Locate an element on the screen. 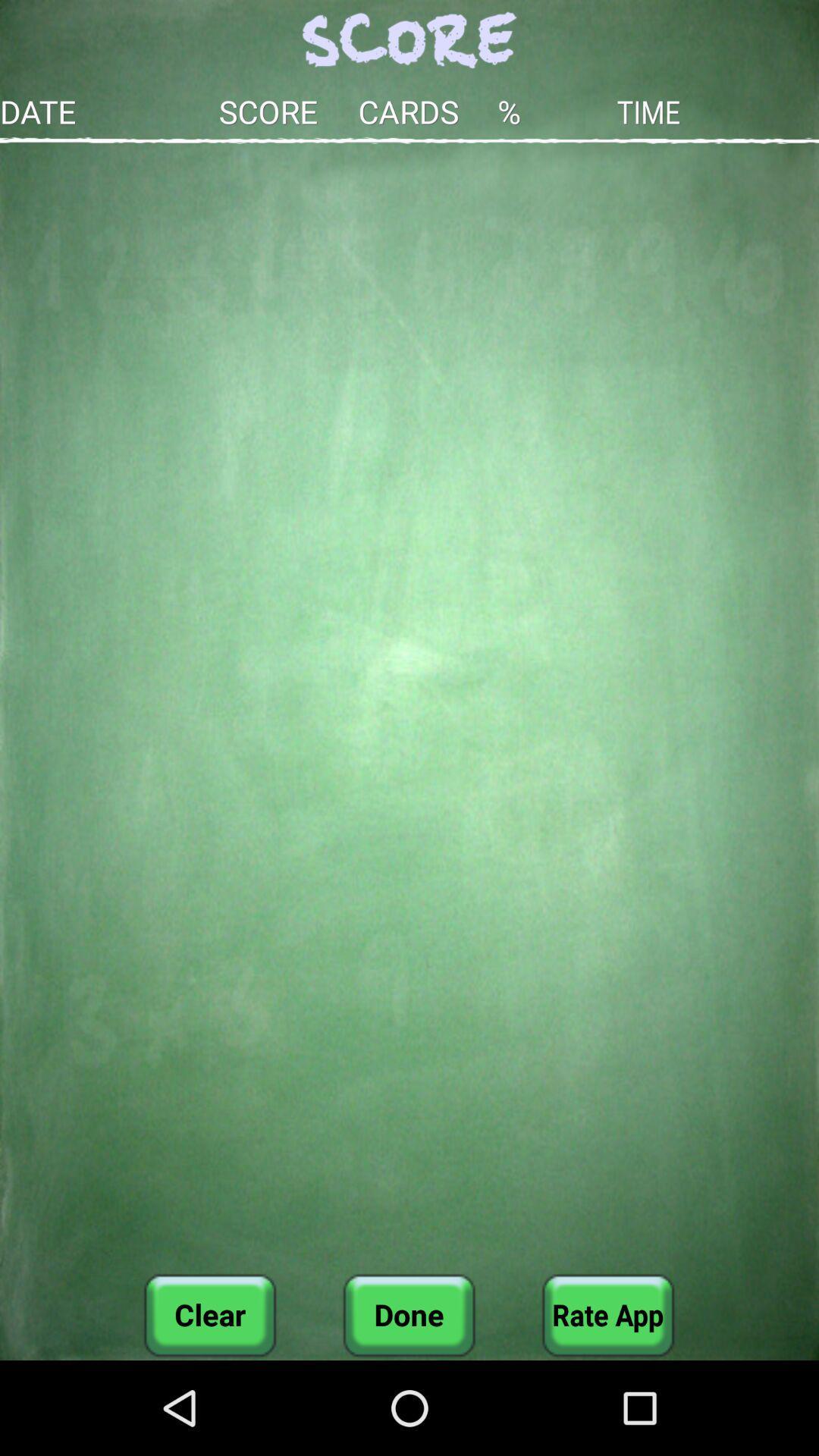 This screenshot has height=1456, width=819. done is located at coordinates (408, 1314).